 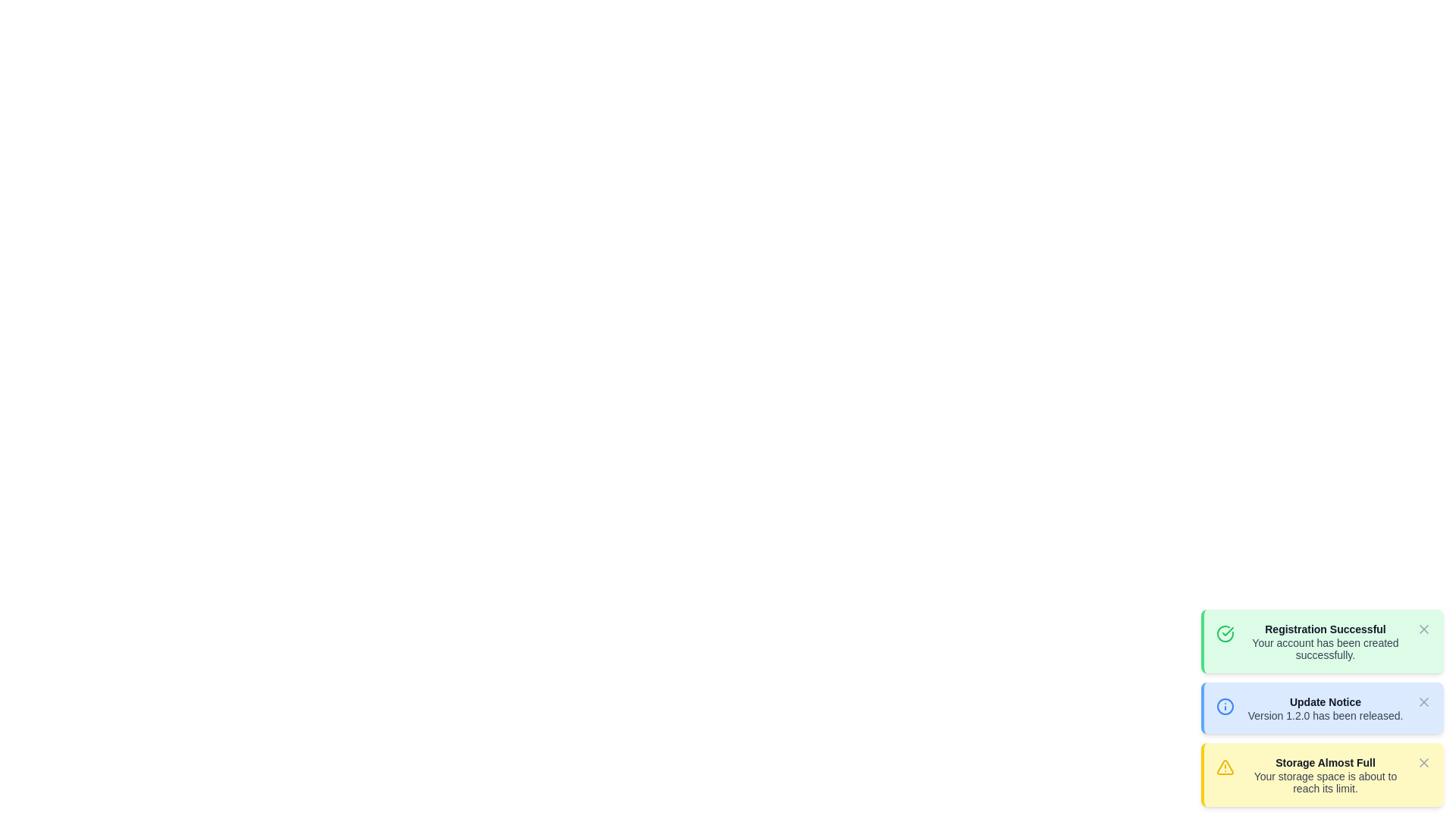 What do you see at coordinates (1324, 701) in the screenshot?
I see `text label located at the top of the second notification card in the notification panel on the right side, which summarizes the purpose of the notification` at bounding box center [1324, 701].